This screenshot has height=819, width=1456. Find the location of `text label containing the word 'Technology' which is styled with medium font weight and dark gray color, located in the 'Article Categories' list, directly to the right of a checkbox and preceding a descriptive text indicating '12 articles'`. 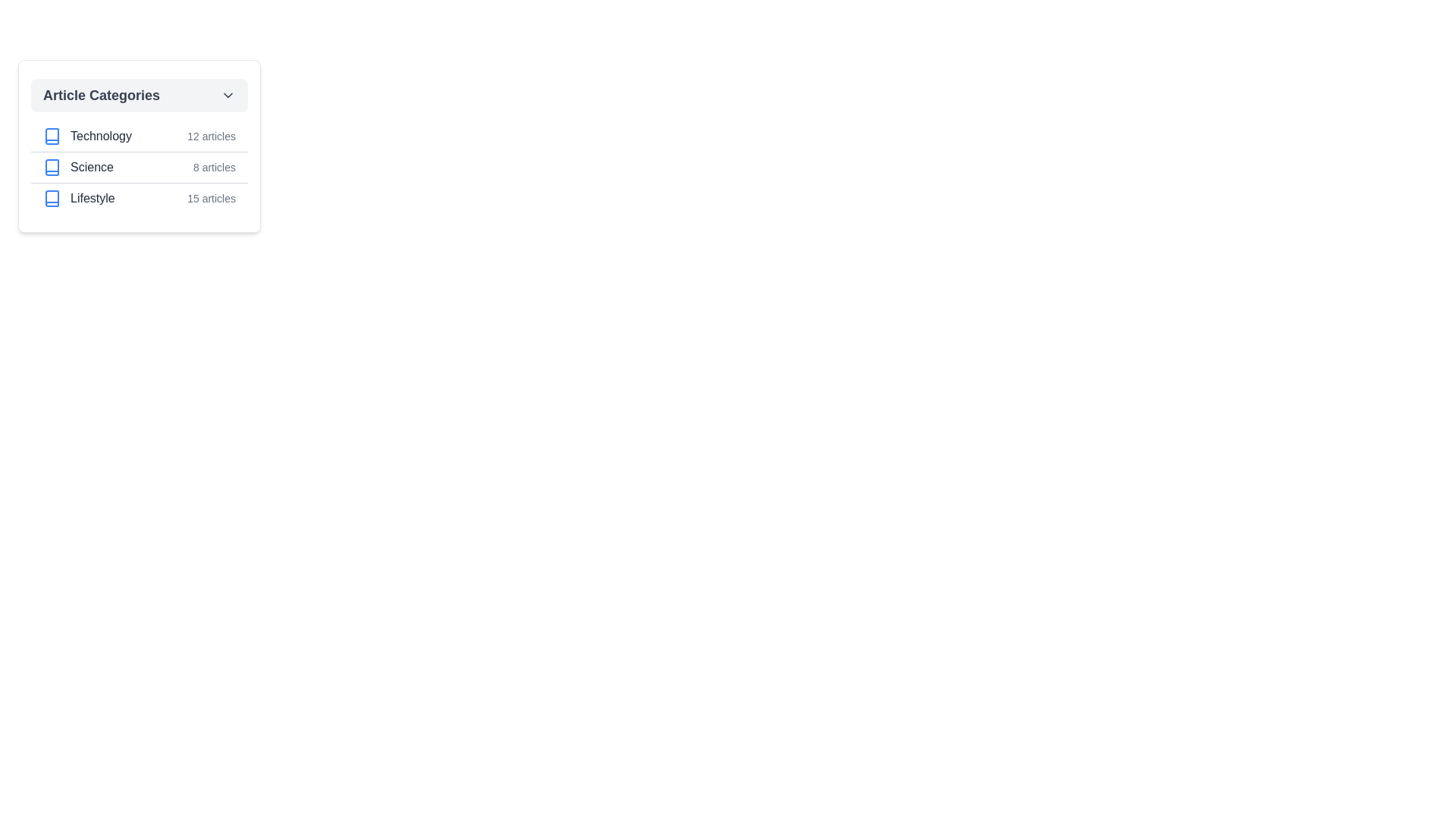

text label containing the word 'Technology' which is styled with medium font weight and dark gray color, located in the 'Article Categories' list, directly to the right of a checkbox and preceding a descriptive text indicating '12 articles' is located at coordinates (100, 136).